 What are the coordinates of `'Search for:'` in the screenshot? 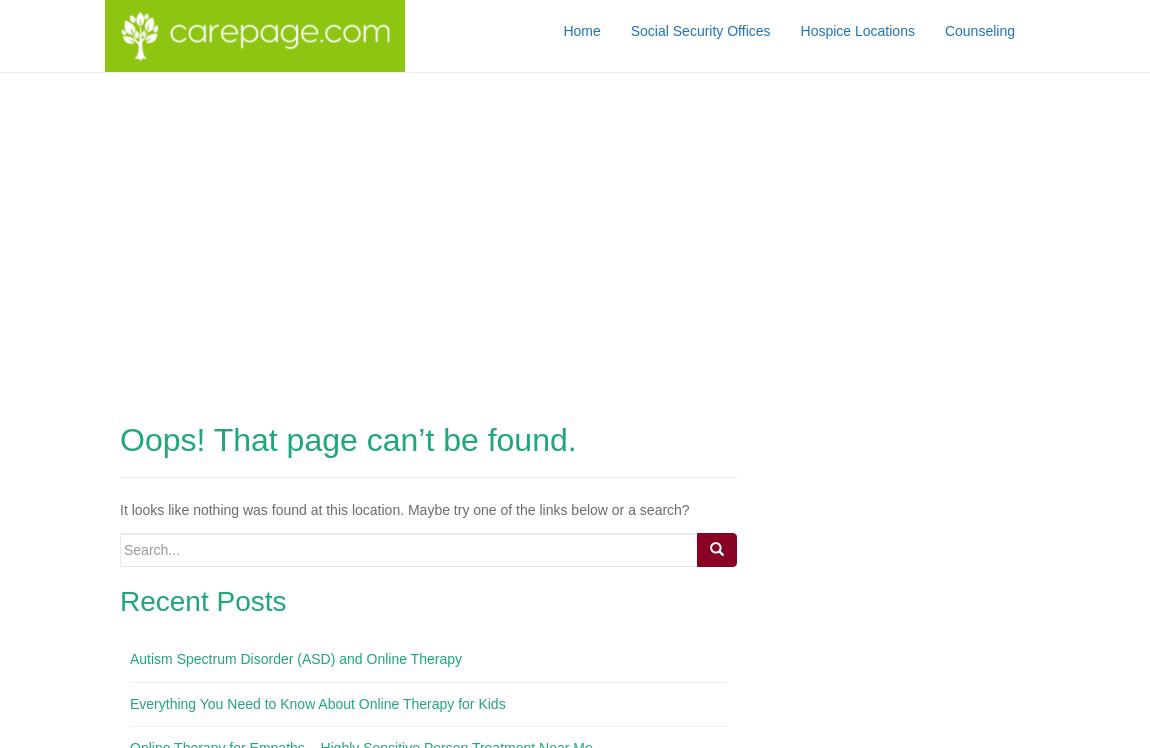 It's located at (152, 541).